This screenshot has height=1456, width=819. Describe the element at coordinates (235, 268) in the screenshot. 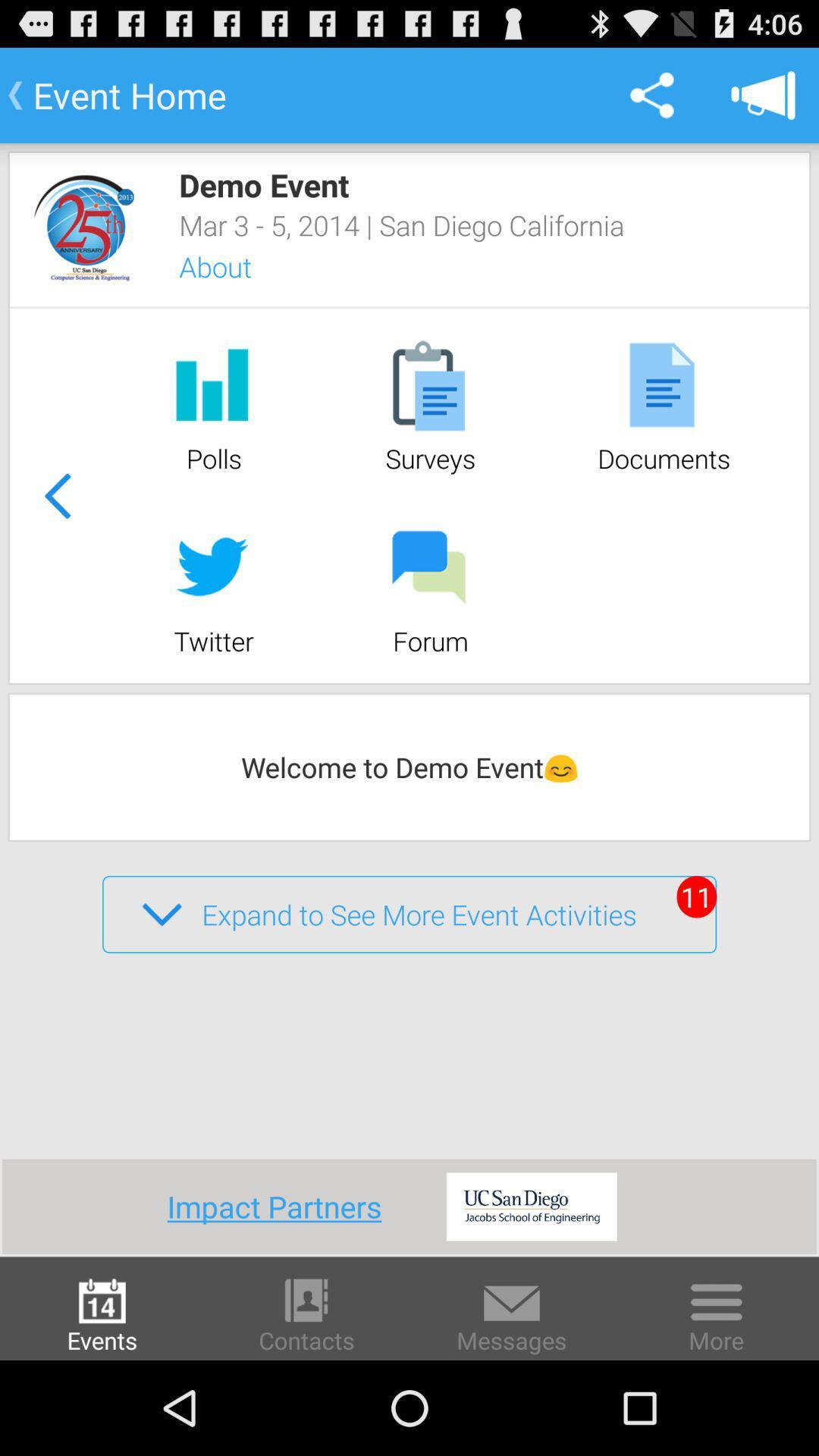

I see `about icon` at that location.